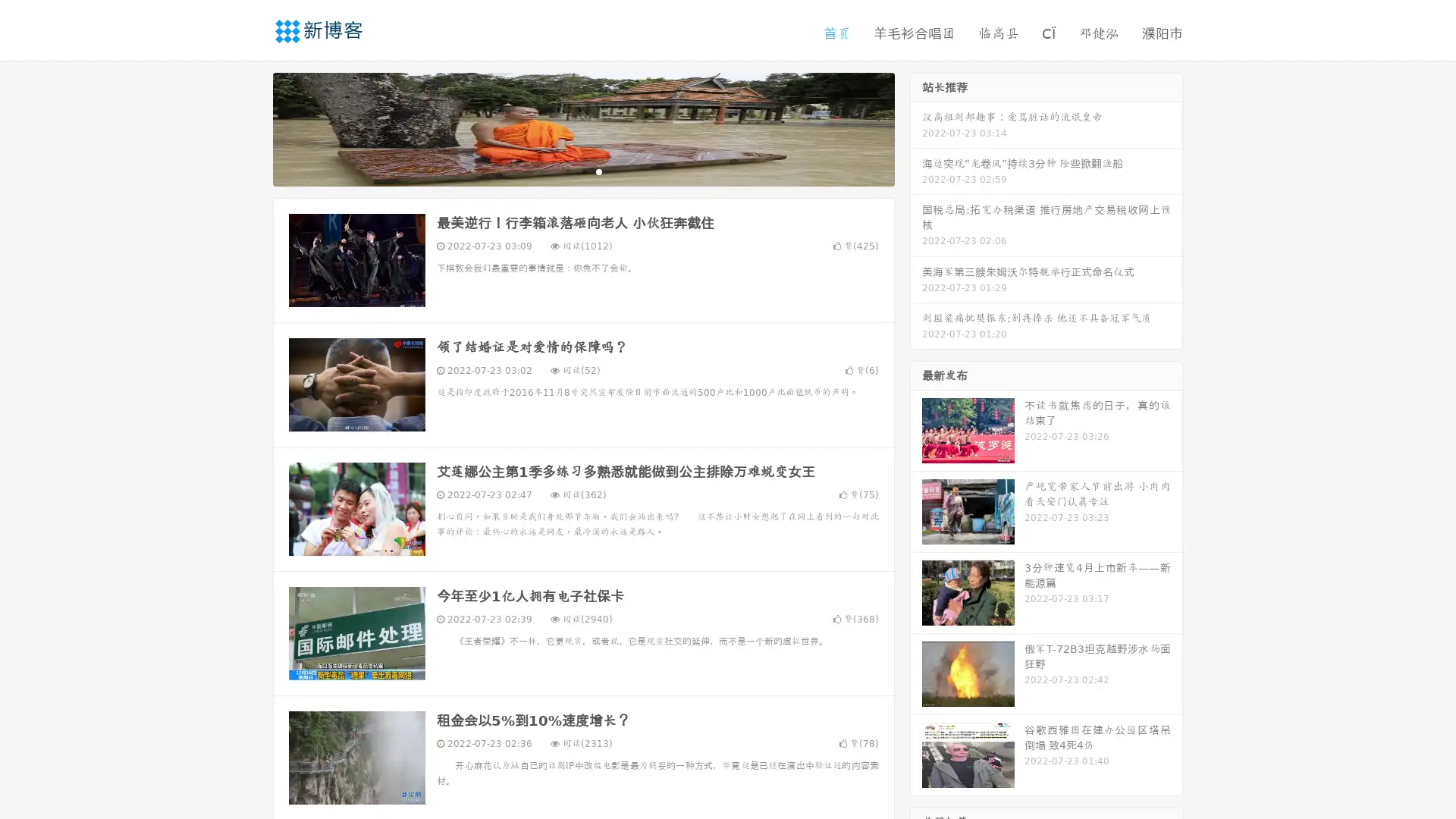 This screenshot has height=819, width=1456. What do you see at coordinates (567, 171) in the screenshot?
I see `Go to slide 1` at bounding box center [567, 171].